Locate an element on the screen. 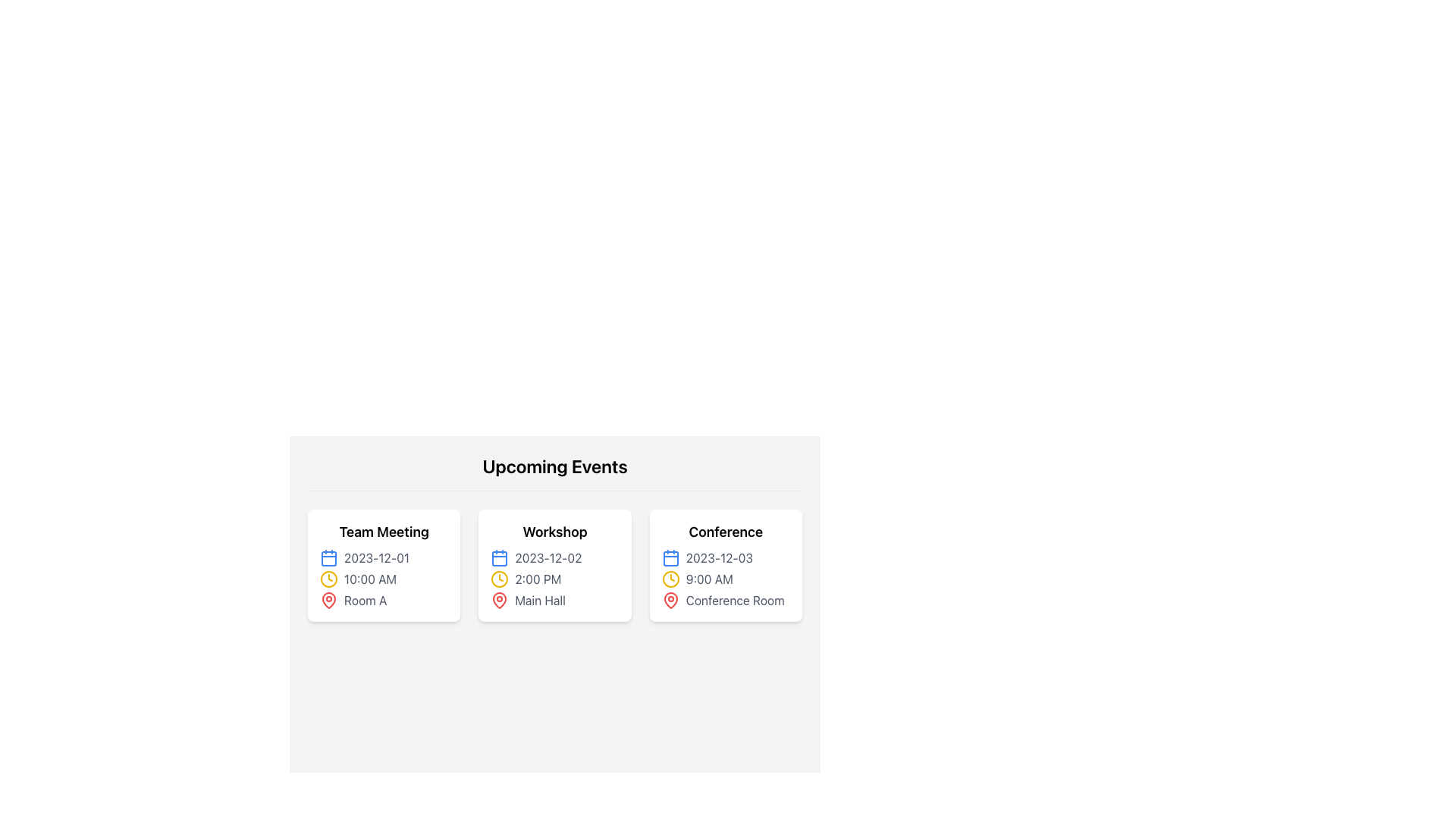 Image resolution: width=1456 pixels, height=819 pixels. the text and accompanying icon indicating the location of the 'Workshop' event, located in the rightmost section under 'Upcoming Events', below '2:00 PM' is located at coordinates (554, 599).